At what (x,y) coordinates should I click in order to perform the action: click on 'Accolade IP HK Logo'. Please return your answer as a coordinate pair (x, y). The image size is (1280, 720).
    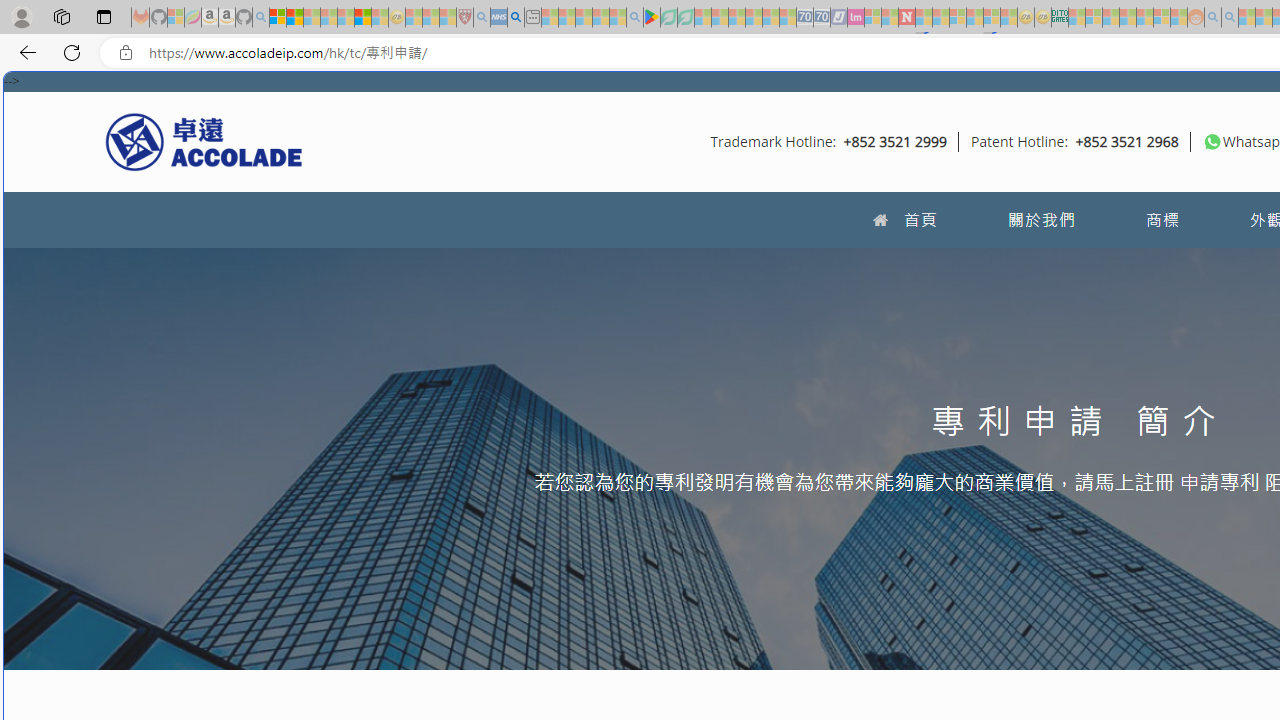
    Looking at the image, I should click on (204, 140).